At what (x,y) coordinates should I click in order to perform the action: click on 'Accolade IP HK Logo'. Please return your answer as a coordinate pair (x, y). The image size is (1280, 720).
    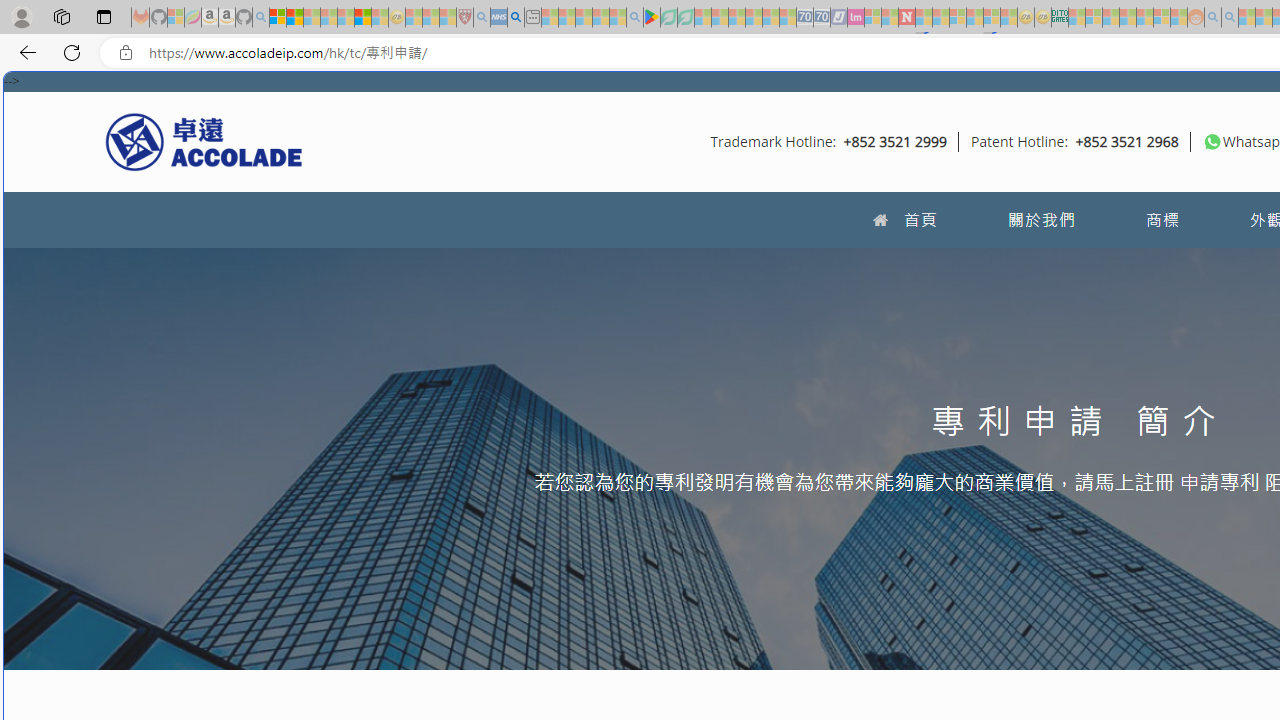
    Looking at the image, I should click on (204, 140).